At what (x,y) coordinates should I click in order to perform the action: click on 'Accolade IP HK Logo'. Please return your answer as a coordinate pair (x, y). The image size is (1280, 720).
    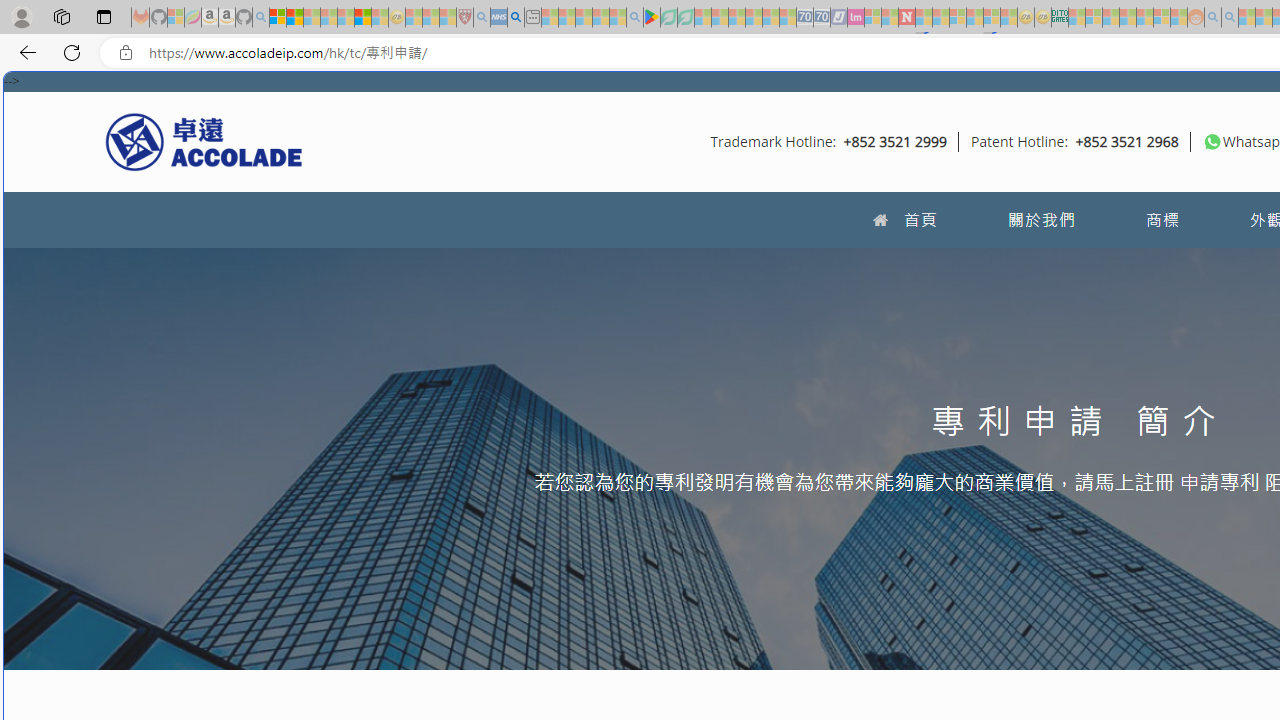
    Looking at the image, I should click on (204, 140).